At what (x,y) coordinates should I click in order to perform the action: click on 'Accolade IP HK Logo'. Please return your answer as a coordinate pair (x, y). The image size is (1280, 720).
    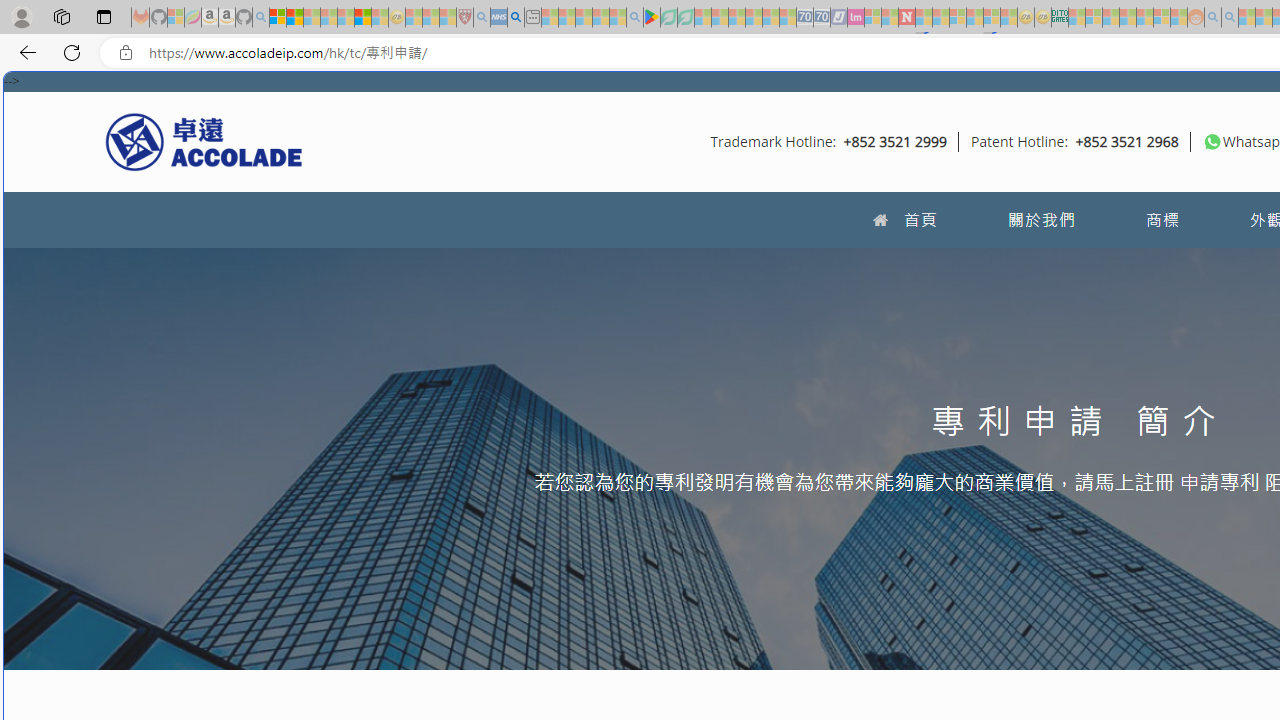
    Looking at the image, I should click on (204, 140).